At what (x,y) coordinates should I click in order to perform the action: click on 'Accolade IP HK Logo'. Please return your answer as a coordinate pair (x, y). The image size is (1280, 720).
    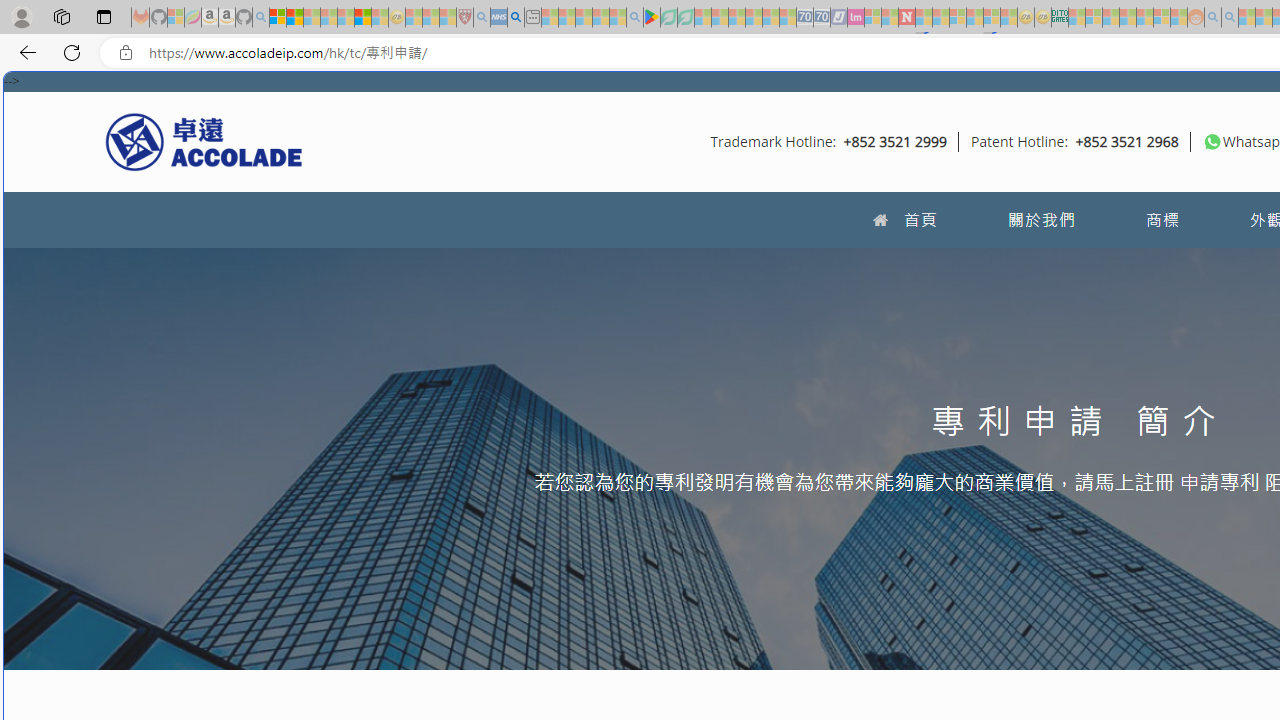
    Looking at the image, I should click on (204, 140).